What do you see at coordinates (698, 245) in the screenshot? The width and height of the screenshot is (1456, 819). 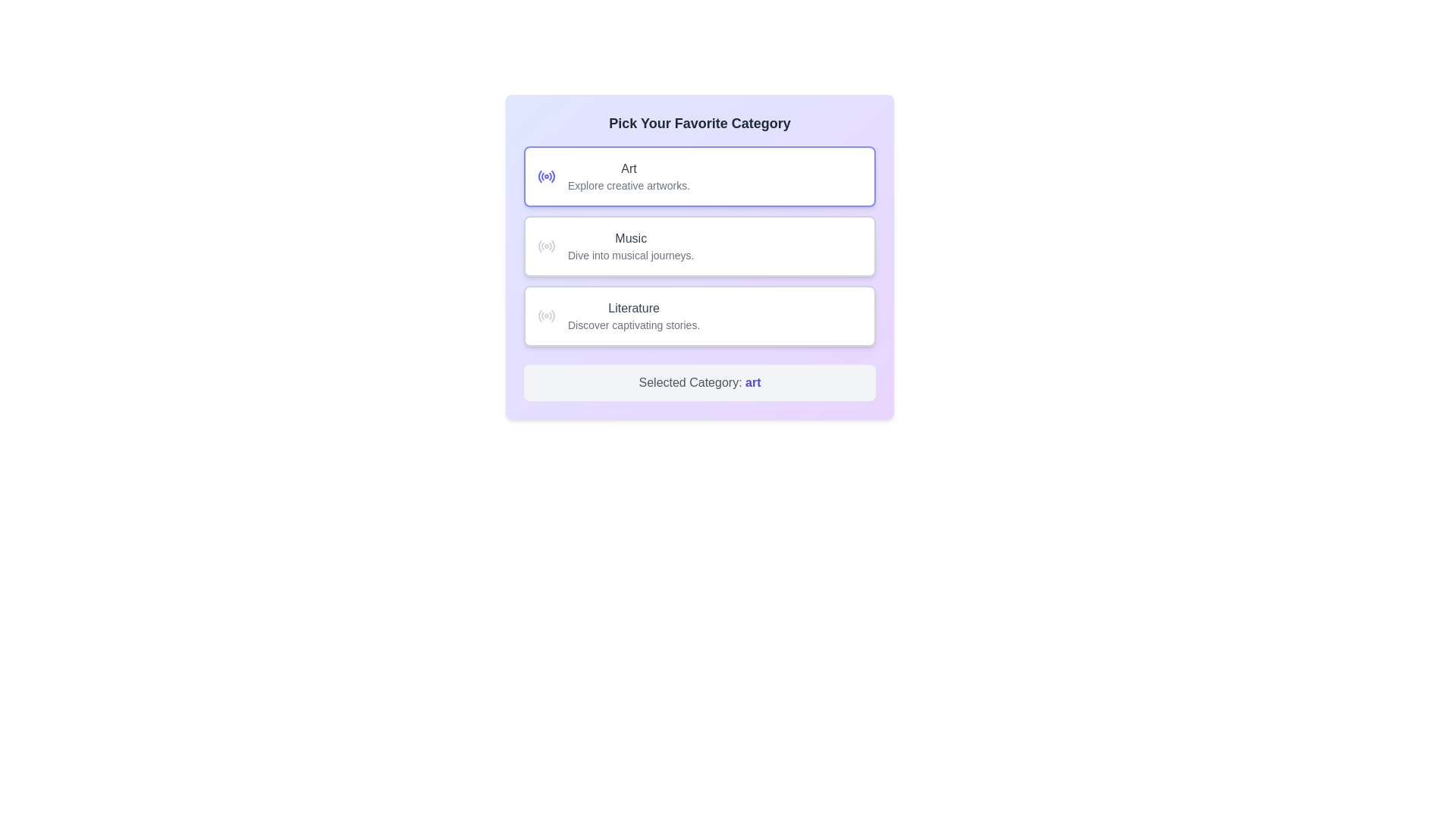 I see `the 'Music' selectable card, which is the second card in the list of three option cards` at bounding box center [698, 245].